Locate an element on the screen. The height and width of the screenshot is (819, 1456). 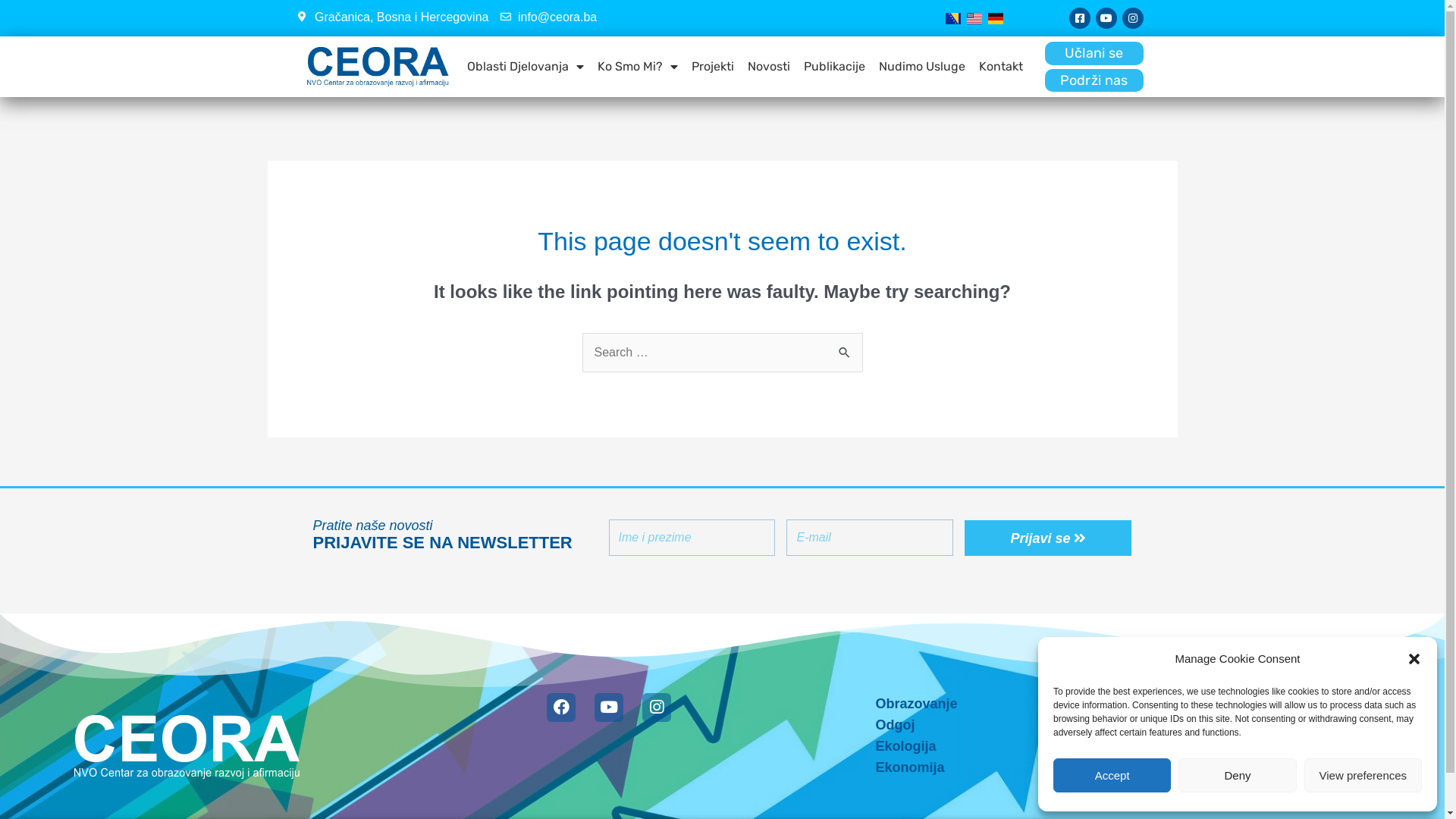
'Projekti' is located at coordinates (687, 66).